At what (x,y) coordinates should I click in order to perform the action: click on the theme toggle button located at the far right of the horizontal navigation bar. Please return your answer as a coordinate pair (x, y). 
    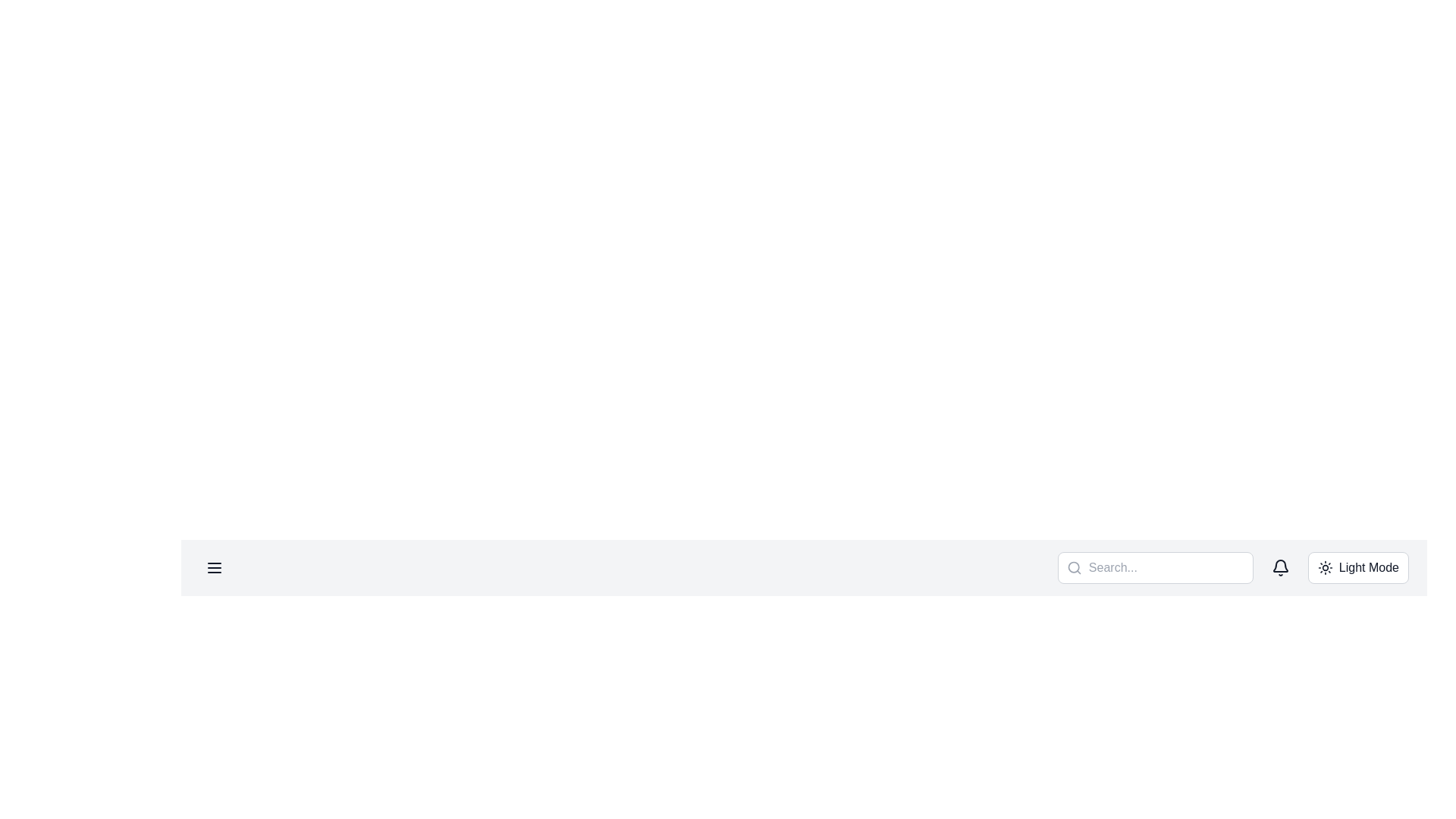
    Looking at the image, I should click on (1358, 567).